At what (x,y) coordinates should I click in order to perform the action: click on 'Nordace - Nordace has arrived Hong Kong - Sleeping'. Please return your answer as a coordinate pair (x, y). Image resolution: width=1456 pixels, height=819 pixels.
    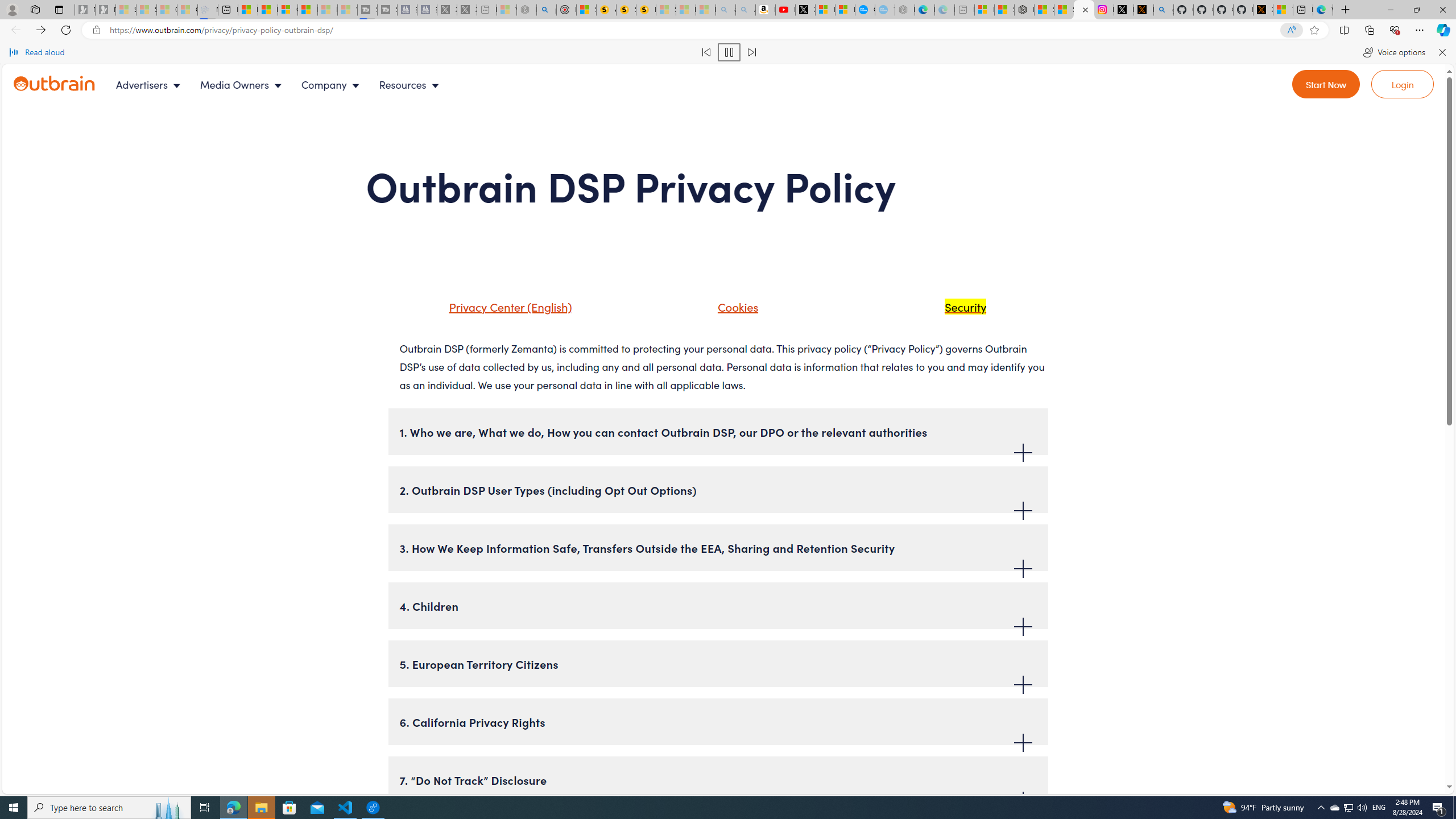
    Looking at the image, I should click on (904, 9).